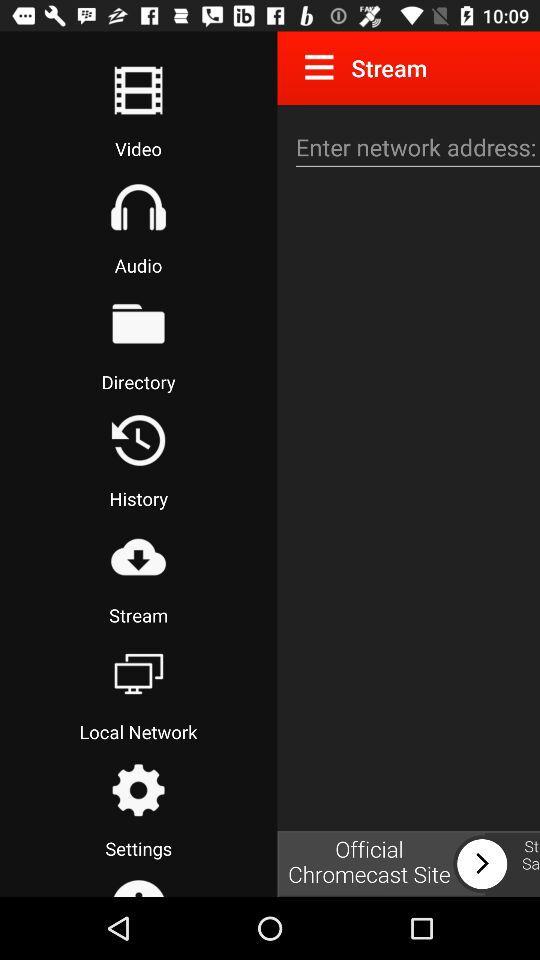 The image size is (540, 960). I want to click on history, so click(137, 440).